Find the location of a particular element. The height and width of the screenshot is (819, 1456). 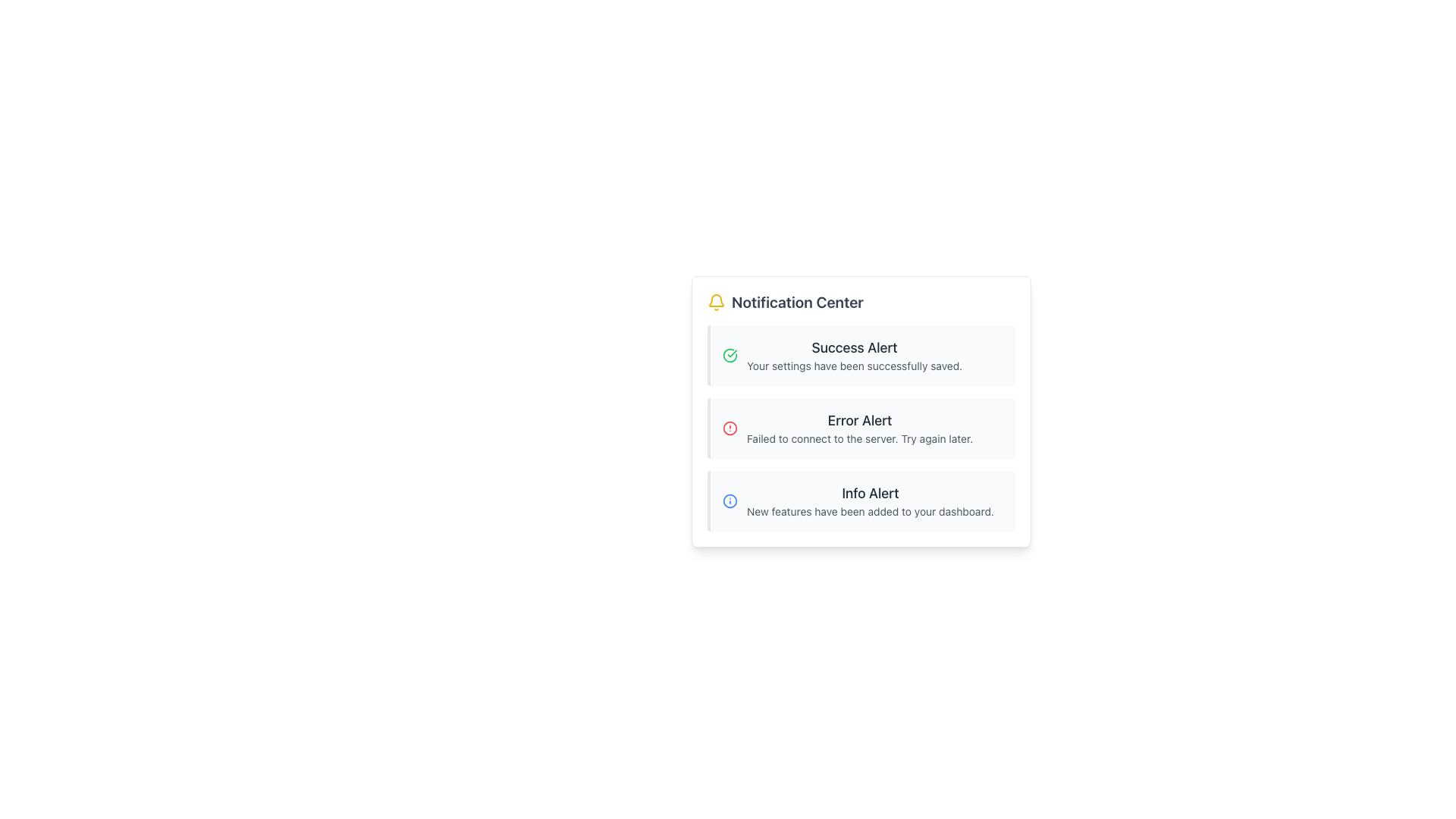

the third notification in the 'Notification Center' that informs about new features, located below the 'Error Alert' is located at coordinates (870, 500).